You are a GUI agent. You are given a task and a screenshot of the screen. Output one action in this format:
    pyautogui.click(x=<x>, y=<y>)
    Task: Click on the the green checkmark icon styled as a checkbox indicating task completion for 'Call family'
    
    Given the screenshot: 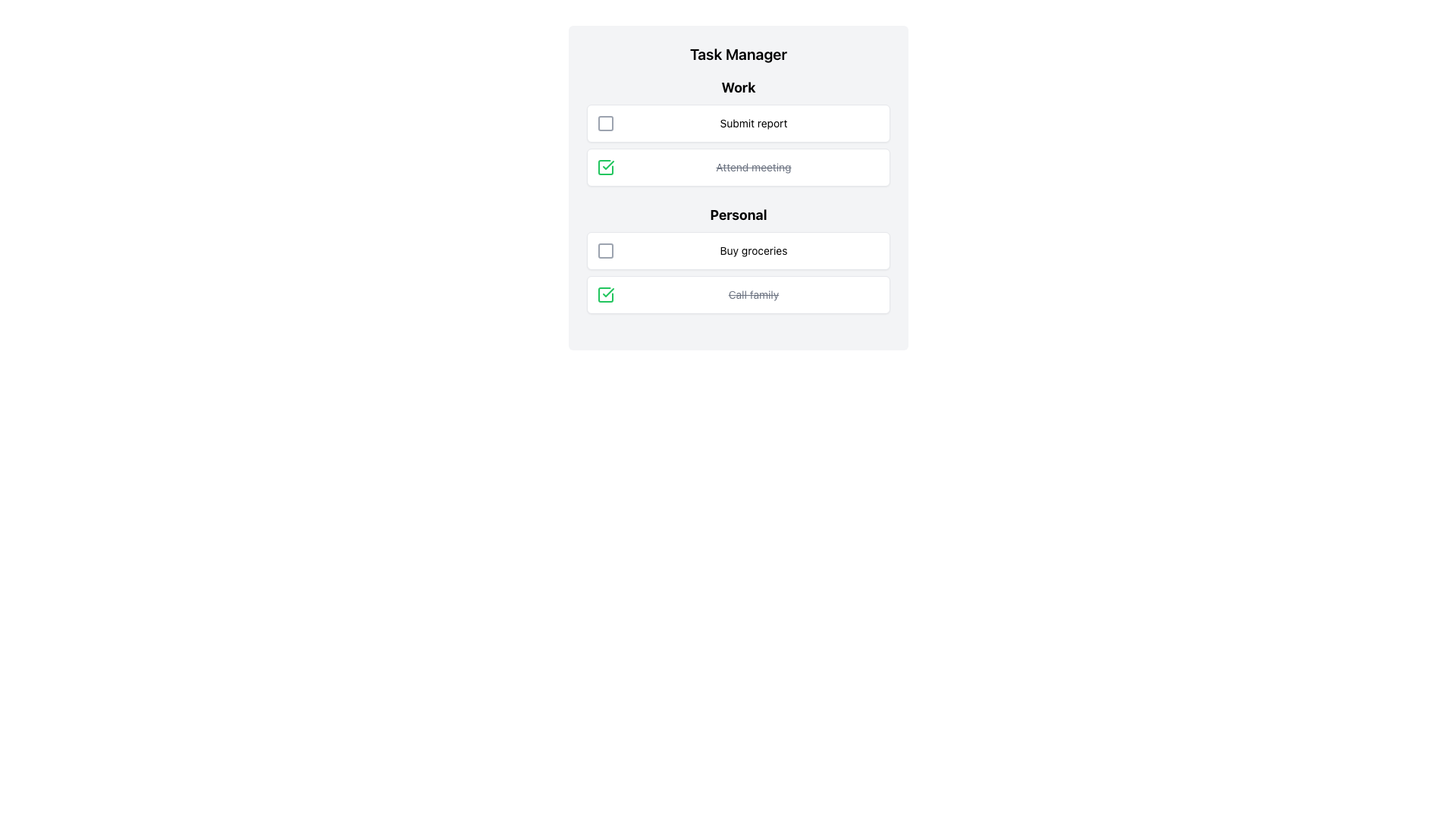 What is the action you would take?
    pyautogui.click(x=604, y=295)
    